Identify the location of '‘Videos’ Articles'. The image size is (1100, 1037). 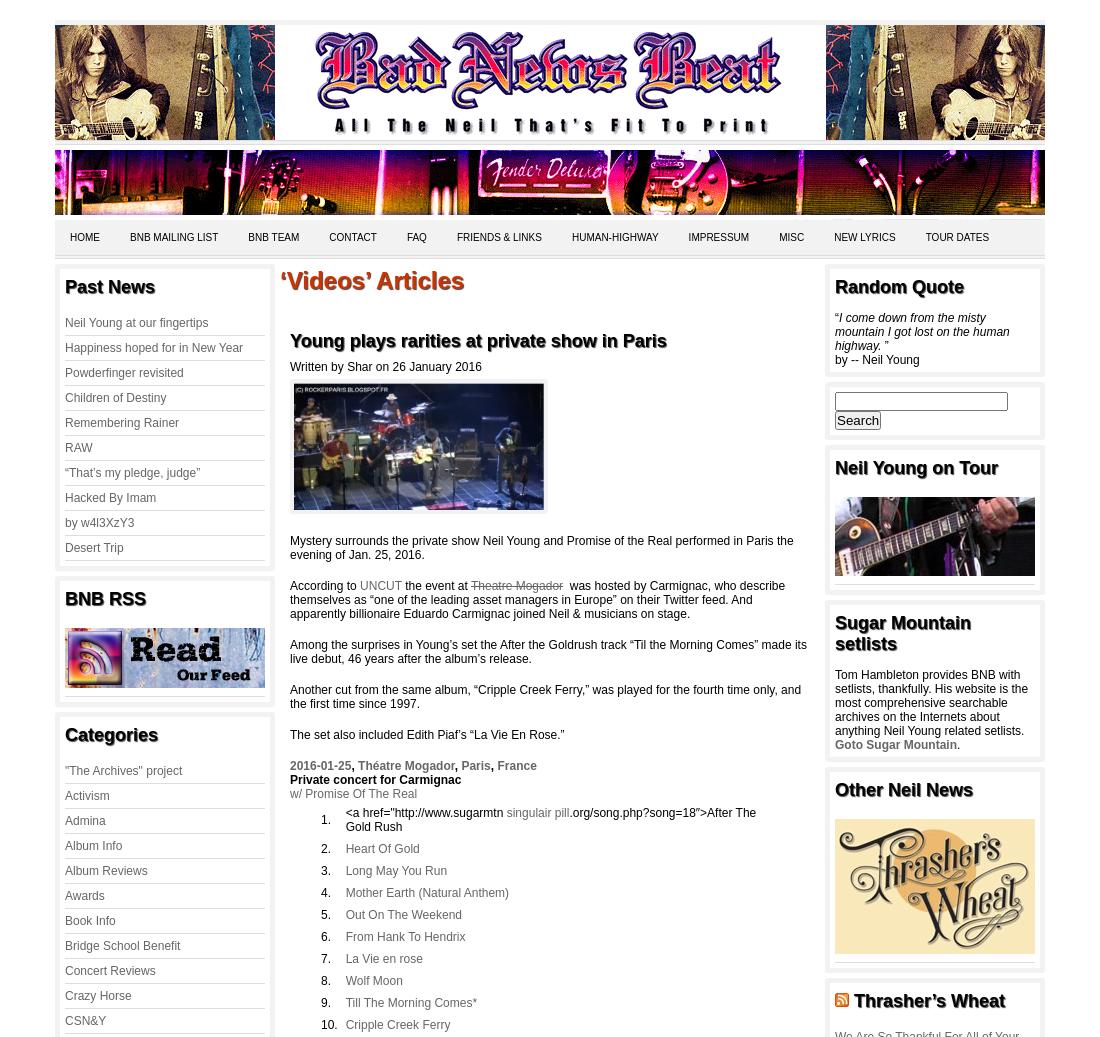
(372, 279).